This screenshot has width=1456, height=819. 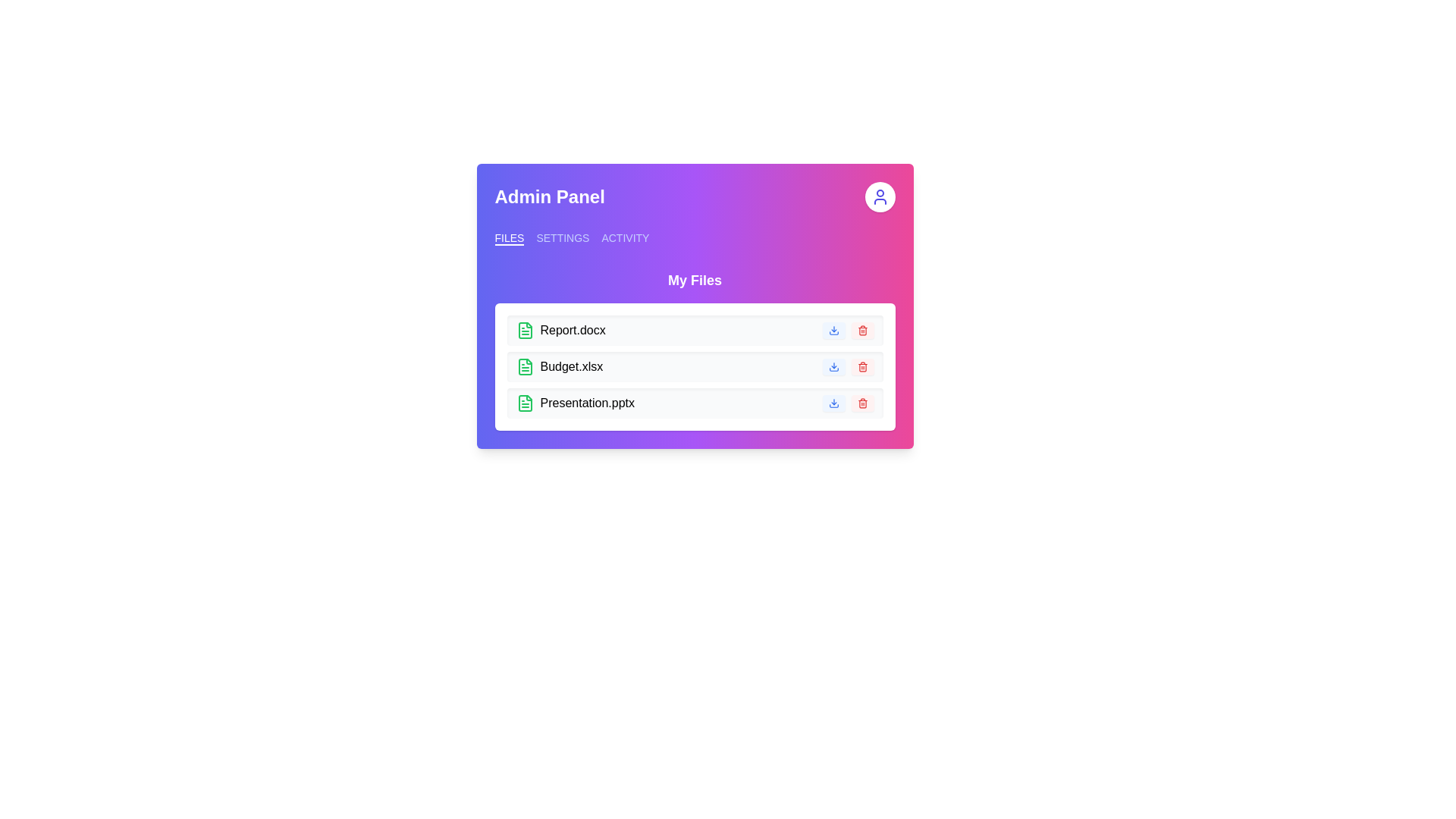 What do you see at coordinates (694, 350) in the screenshot?
I see `the file entry row representing the second item in the 'My Files' list` at bounding box center [694, 350].